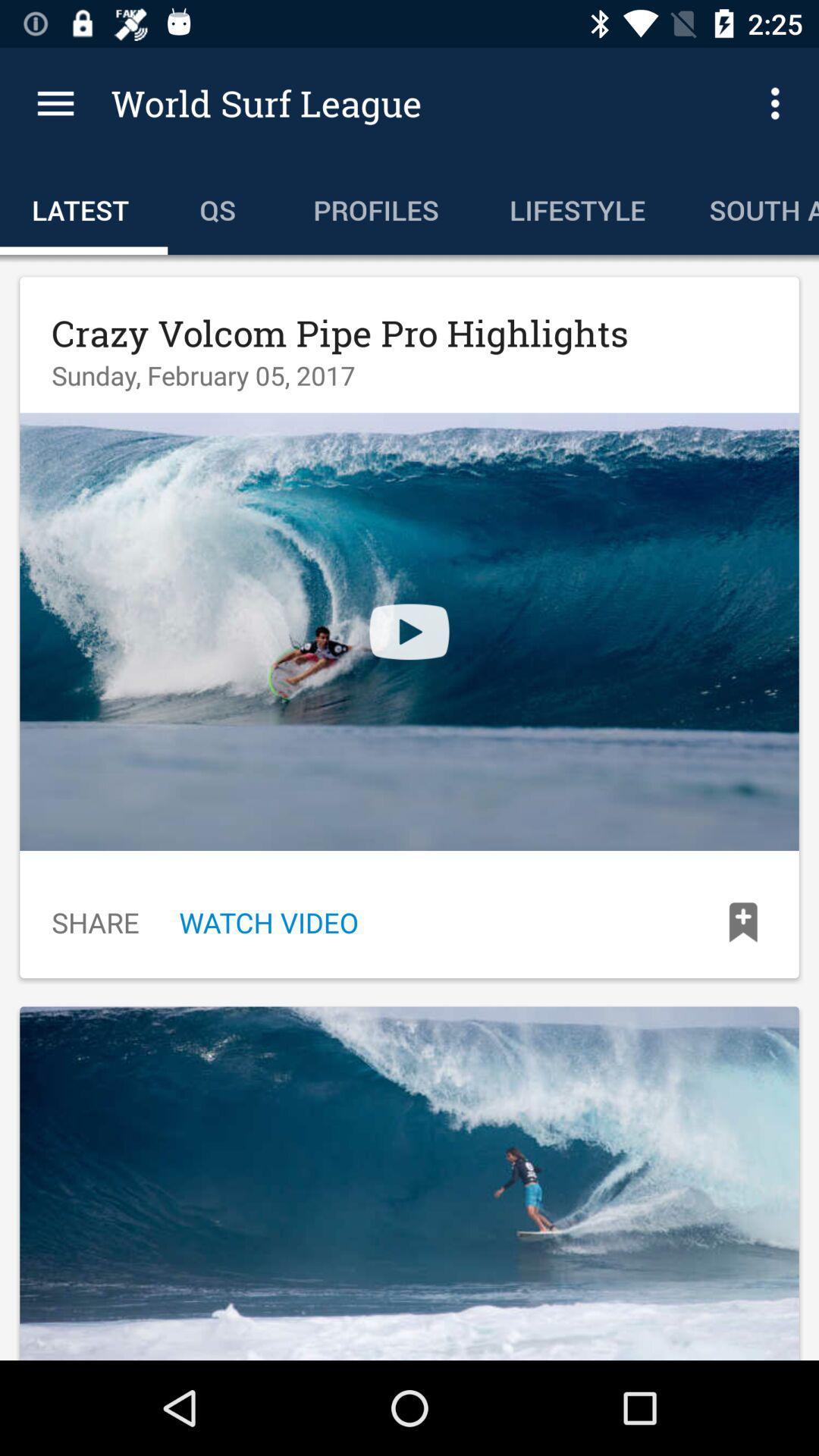 The height and width of the screenshot is (1456, 819). Describe the element at coordinates (96, 921) in the screenshot. I see `icon next to watch video item` at that location.